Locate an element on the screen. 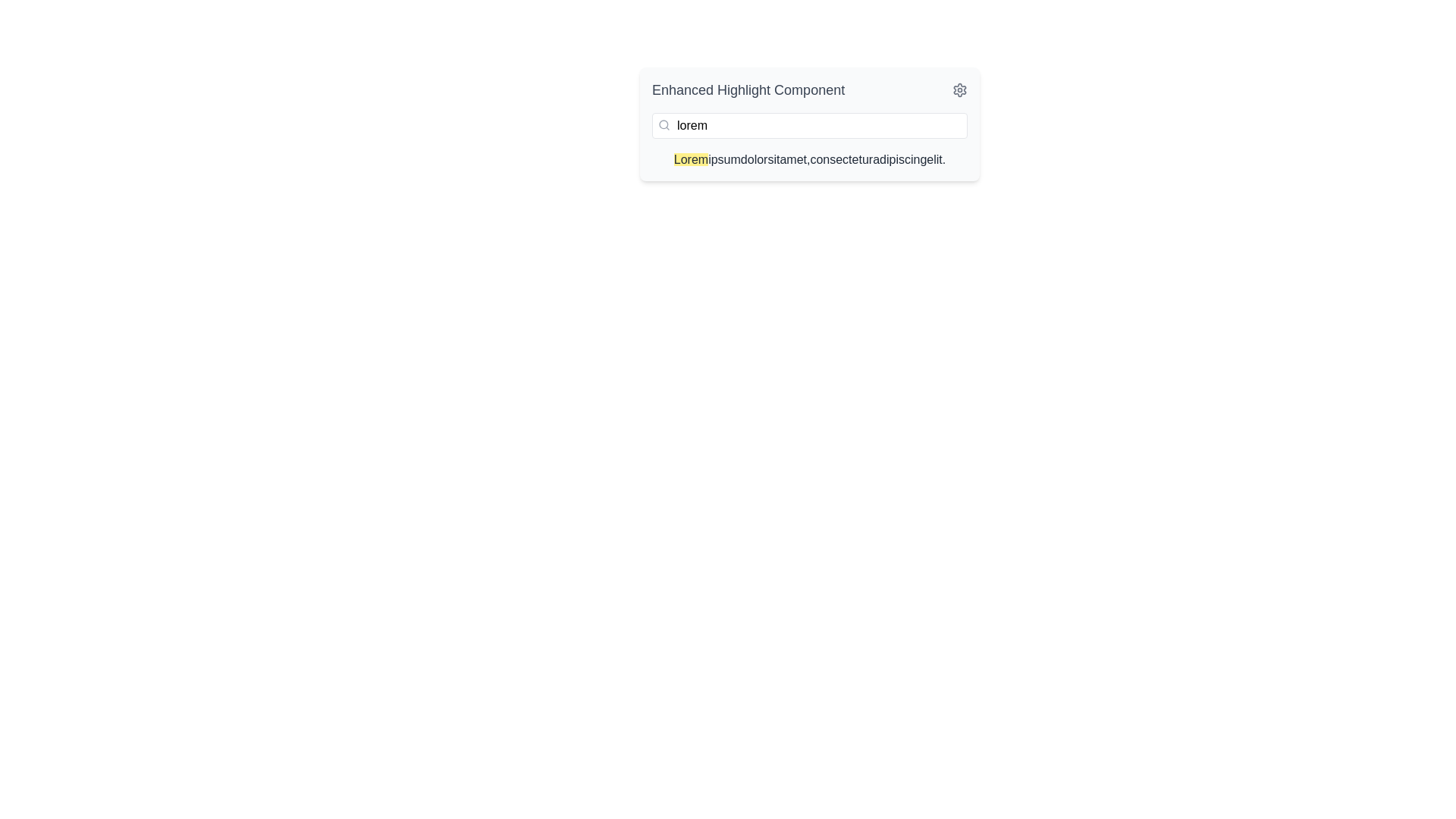  the second word 'ipsum' is located at coordinates (723, 159).